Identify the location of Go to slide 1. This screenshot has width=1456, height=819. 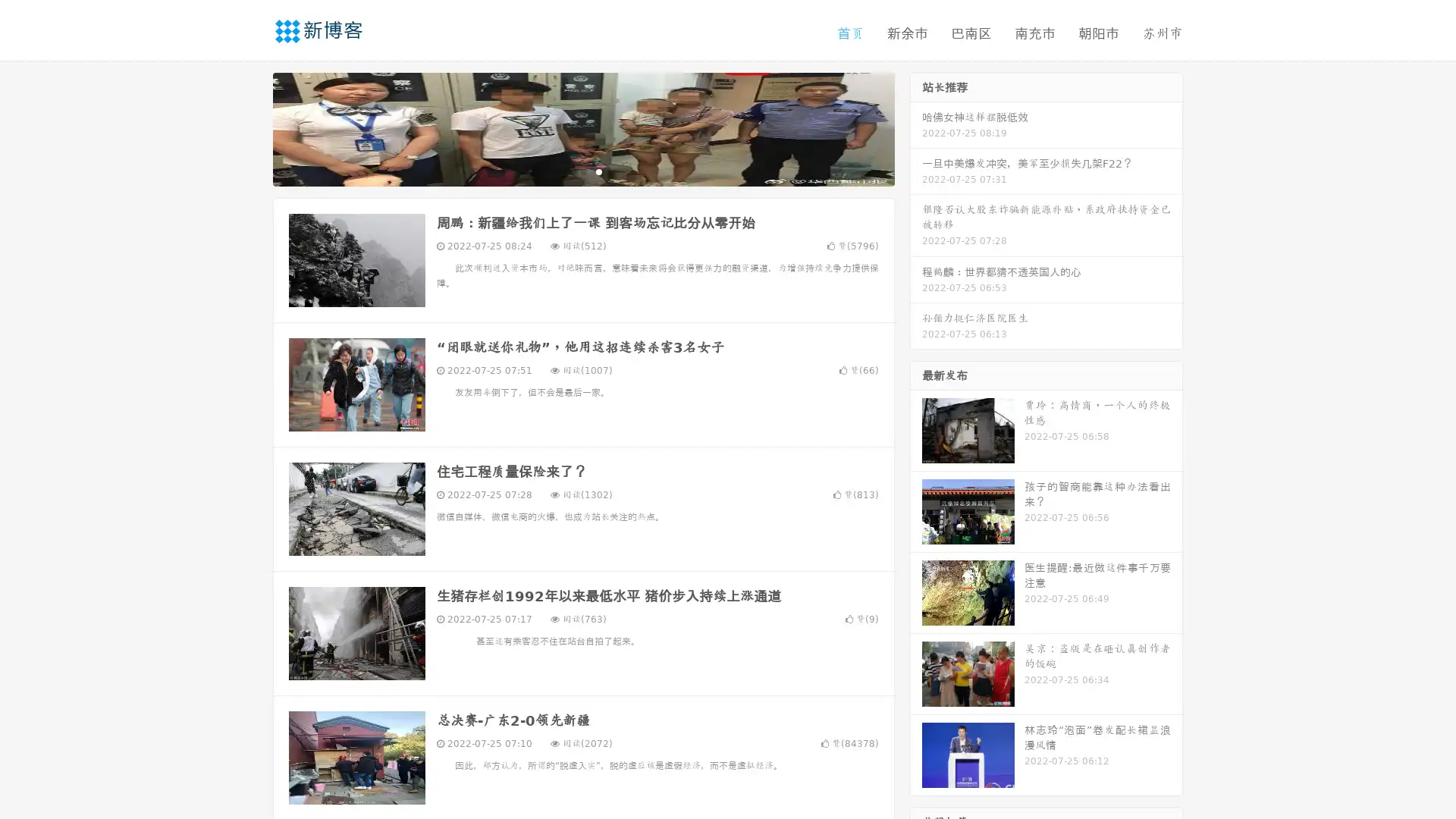
(567, 171).